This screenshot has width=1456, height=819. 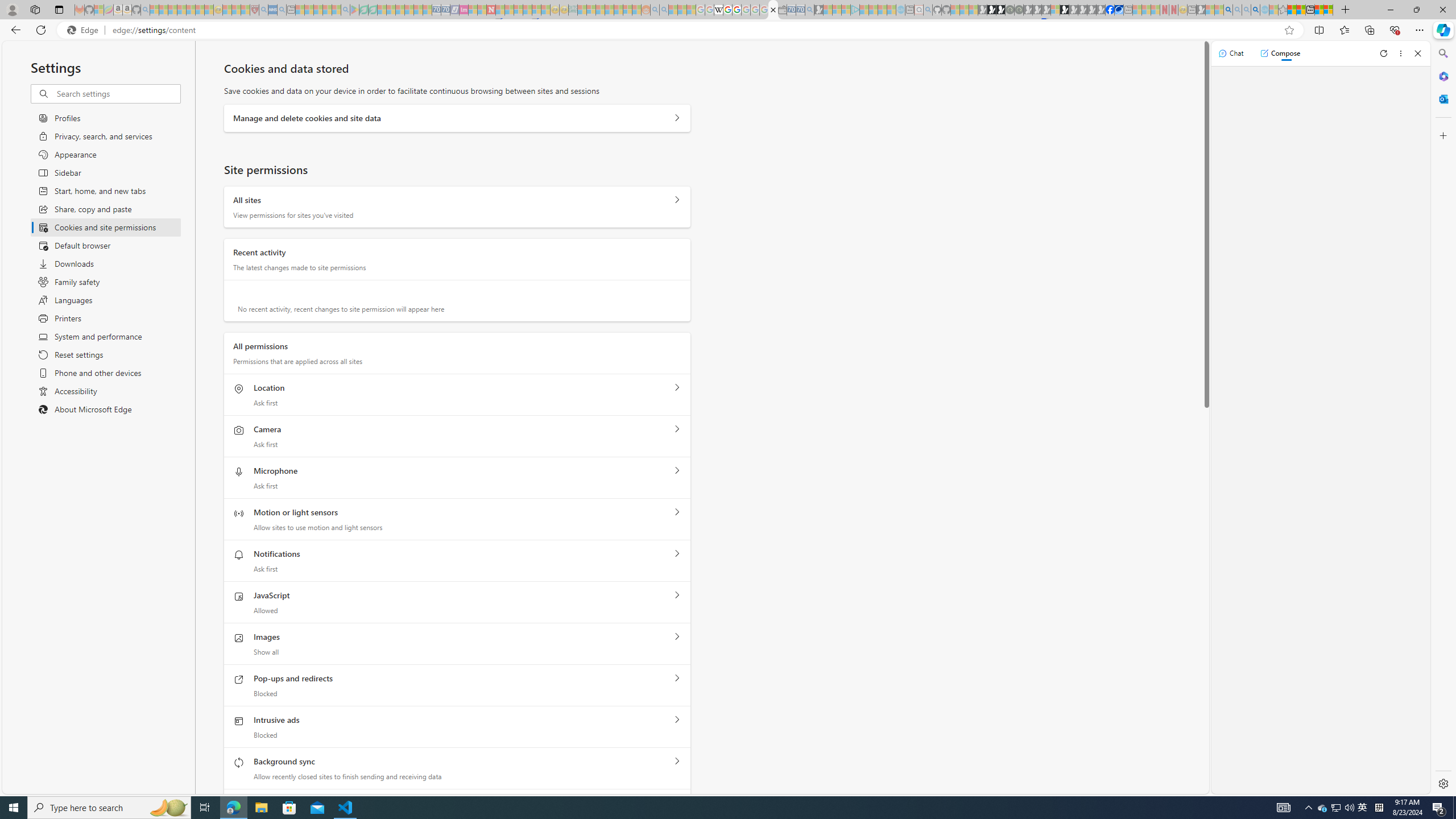 I want to click on 'Bing Real Estate - Home sales and rental listings - Sleeping', so click(x=809, y=9).